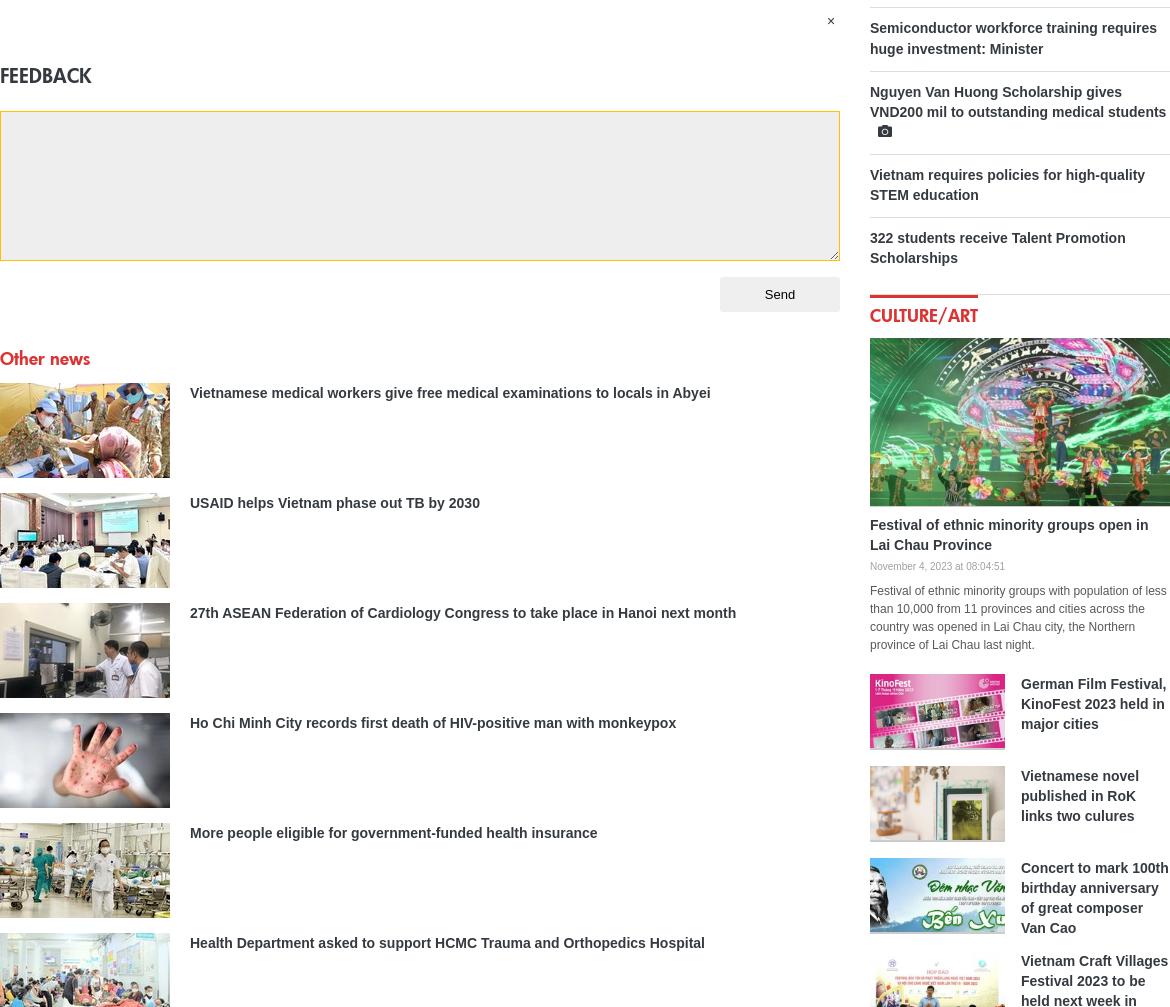 The width and height of the screenshot is (1170, 1007). What do you see at coordinates (189, 392) in the screenshot?
I see `'Vietnamese medical workers give free medical examinations to locals in Abyei'` at bounding box center [189, 392].